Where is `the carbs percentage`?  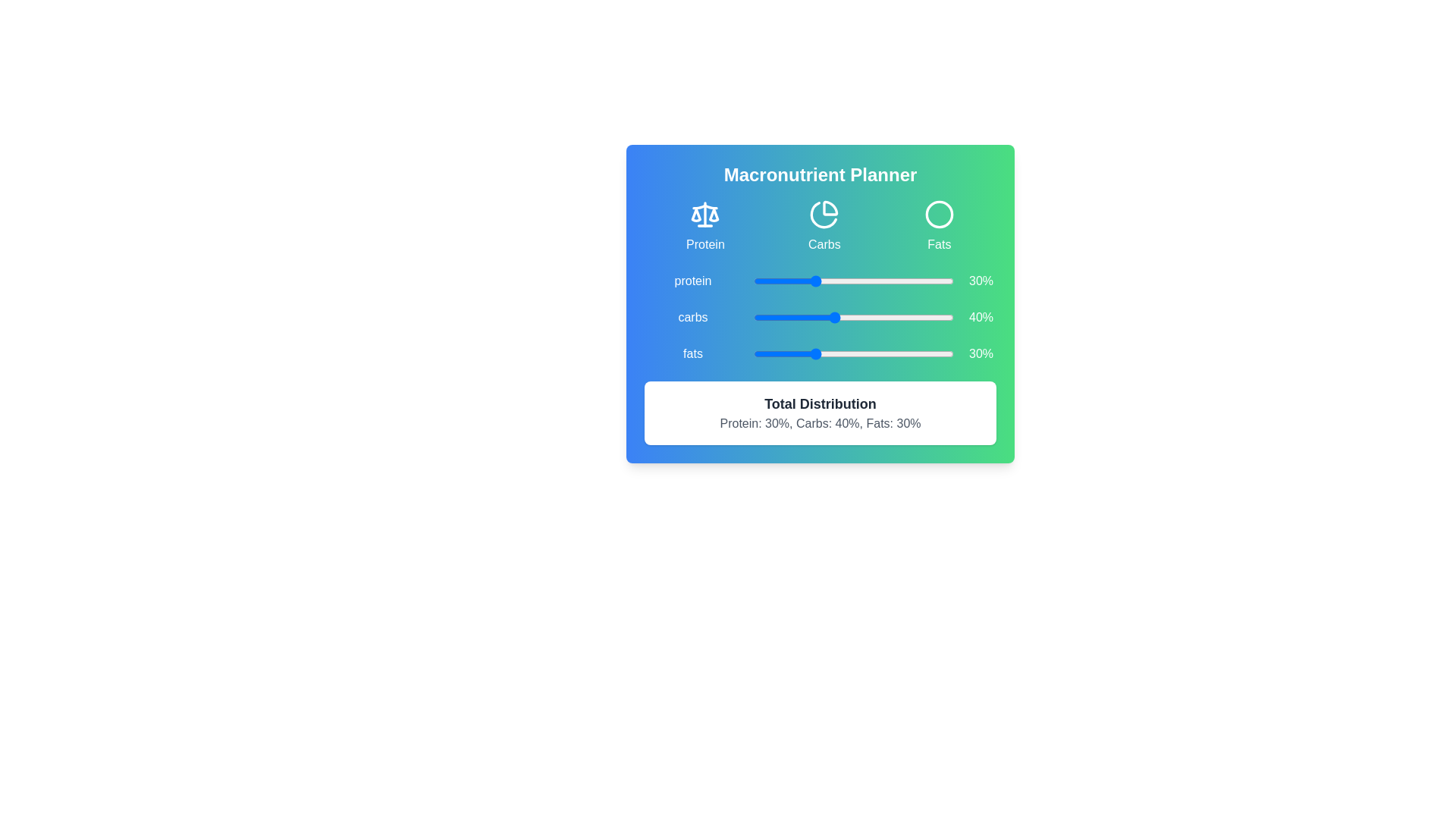 the carbs percentage is located at coordinates (843, 317).